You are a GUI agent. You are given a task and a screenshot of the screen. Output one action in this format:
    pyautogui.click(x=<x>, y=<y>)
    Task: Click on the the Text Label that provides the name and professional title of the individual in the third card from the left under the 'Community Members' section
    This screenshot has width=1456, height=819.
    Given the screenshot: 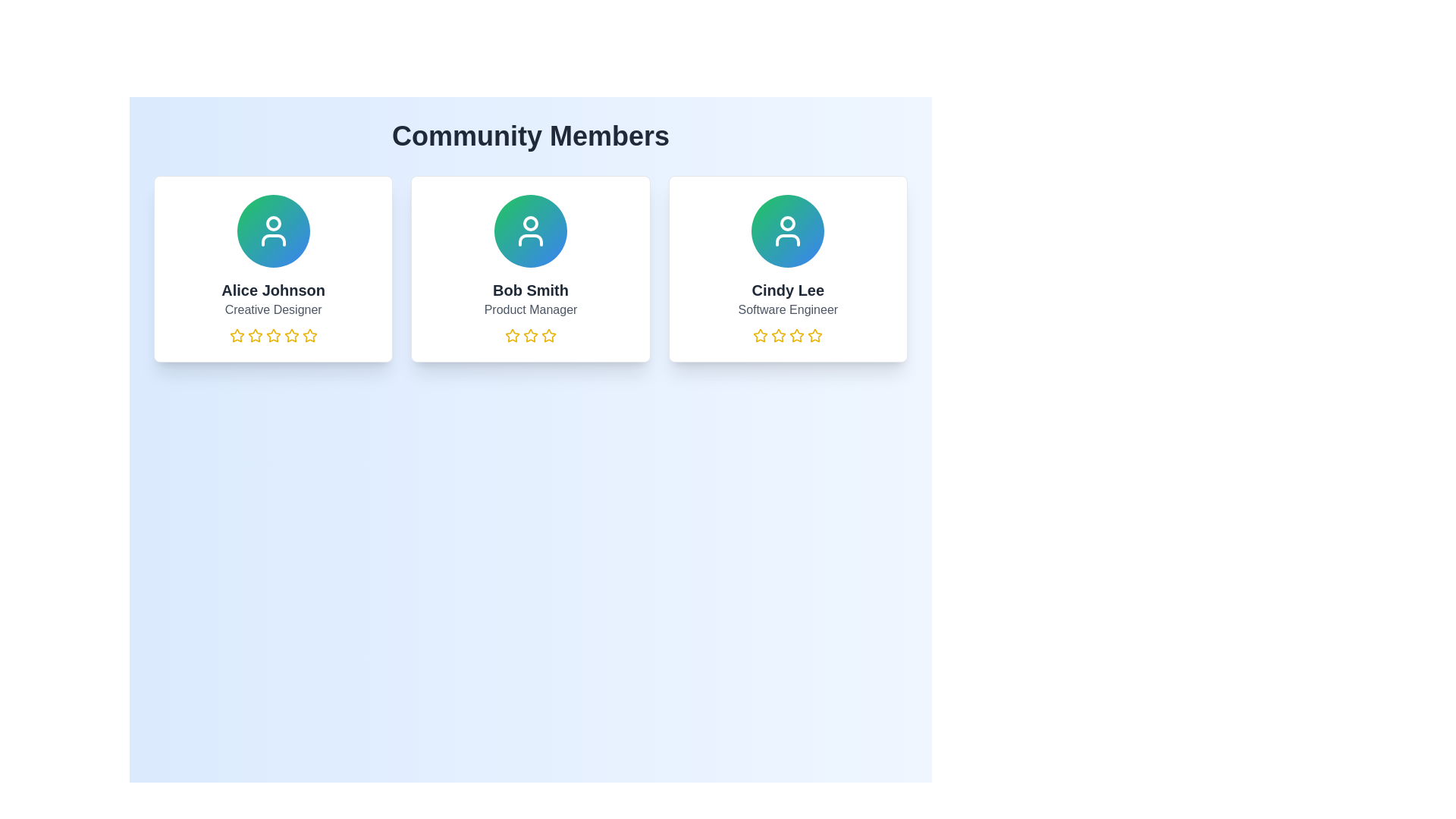 What is the action you would take?
    pyautogui.click(x=788, y=311)
    